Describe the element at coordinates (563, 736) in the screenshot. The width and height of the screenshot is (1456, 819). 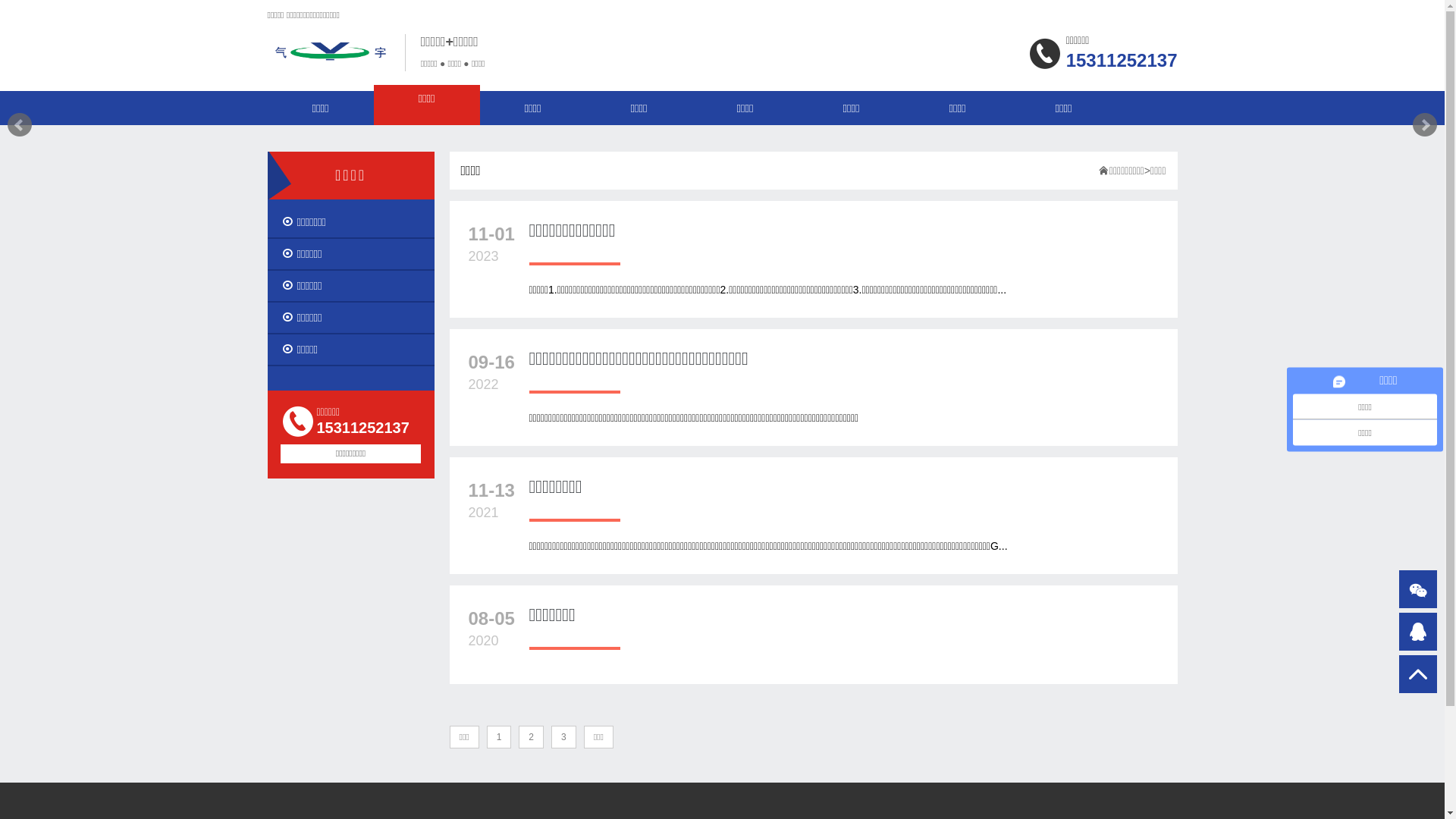
I see `'3'` at that location.